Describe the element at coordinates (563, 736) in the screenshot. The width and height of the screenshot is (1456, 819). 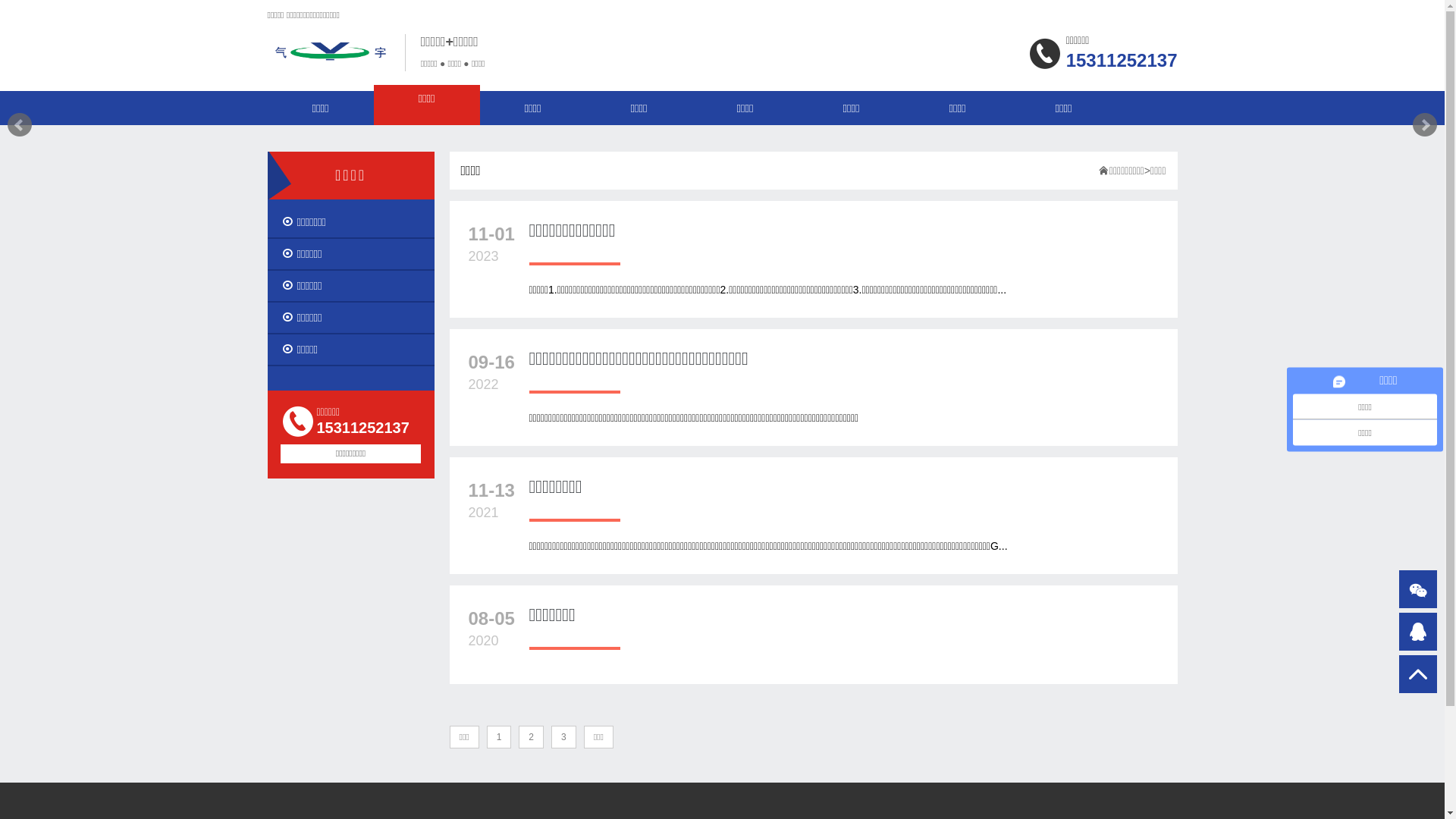
I see `'3'` at that location.